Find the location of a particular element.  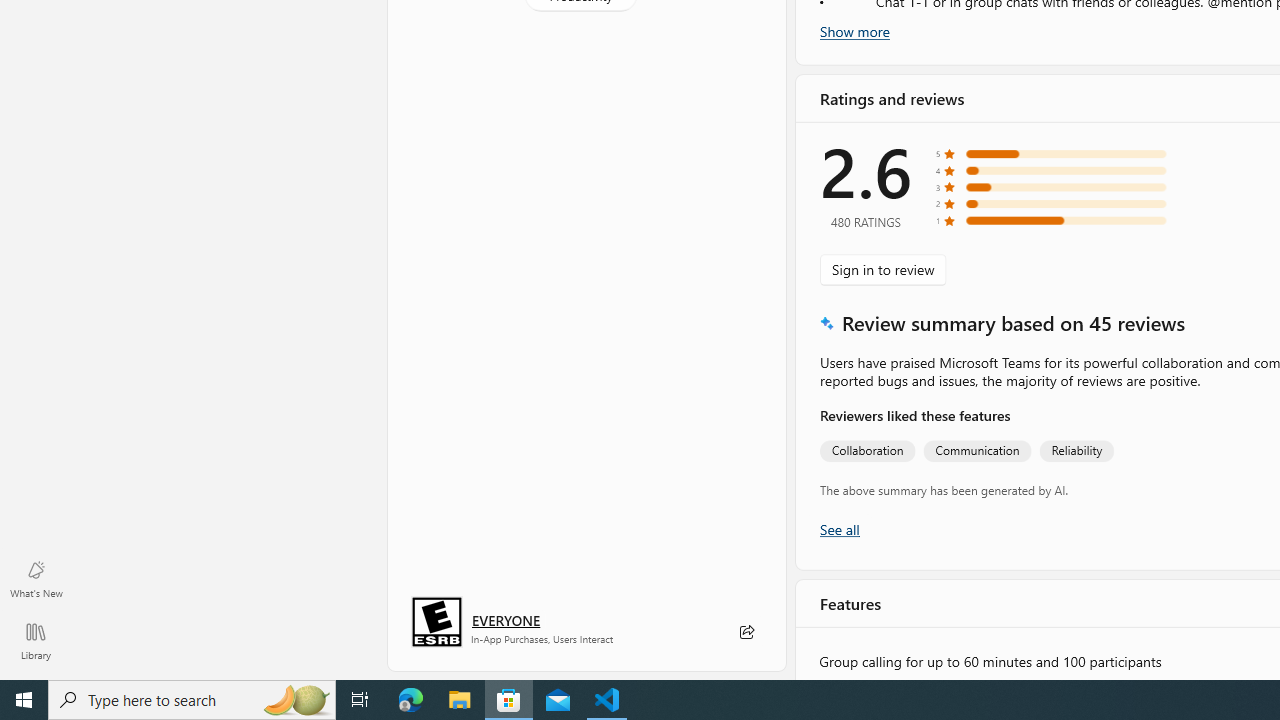

'Sign in to review' is located at coordinates (882, 268).